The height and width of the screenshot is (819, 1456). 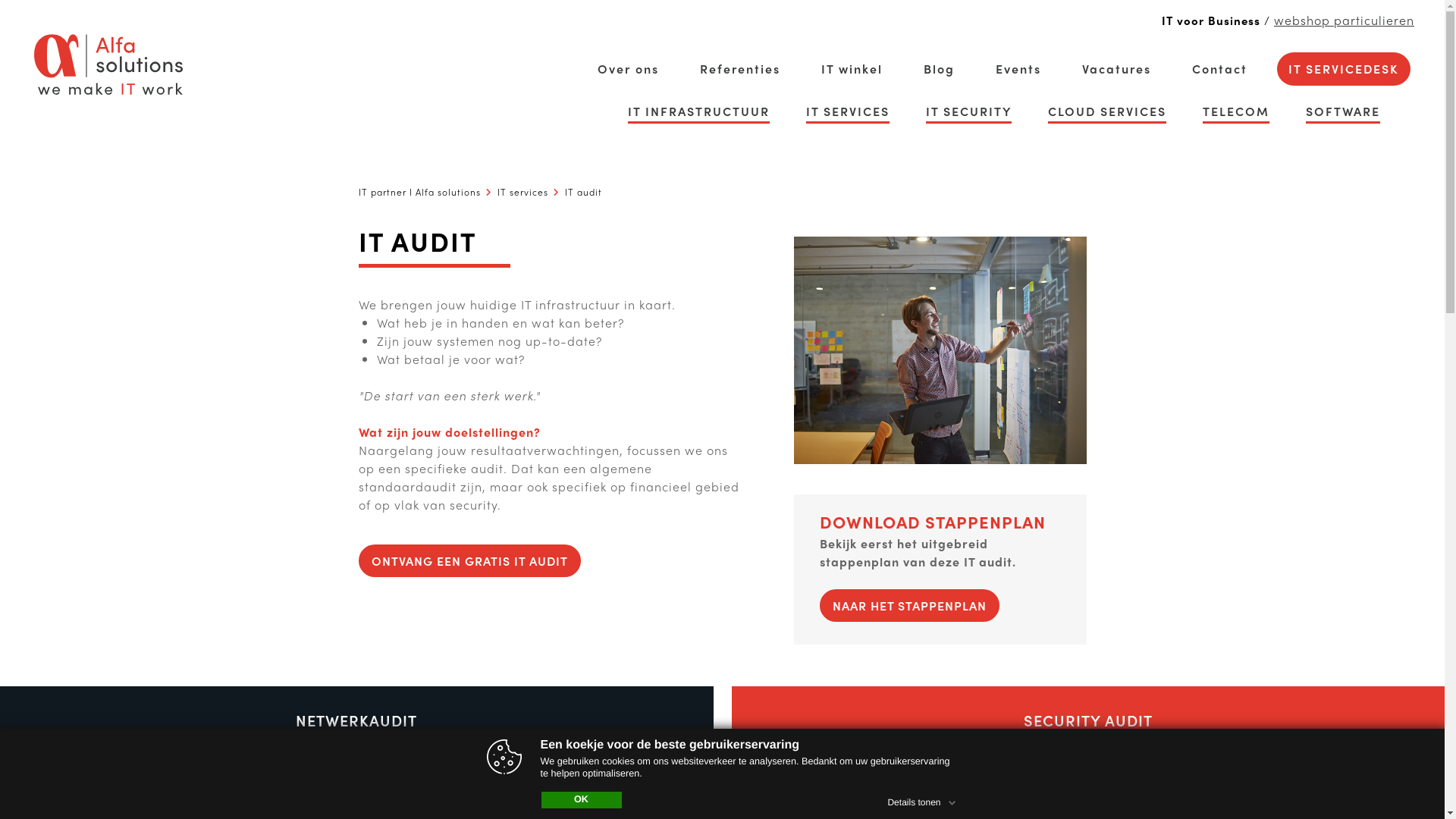 I want to click on 'IT services', so click(x=522, y=191).